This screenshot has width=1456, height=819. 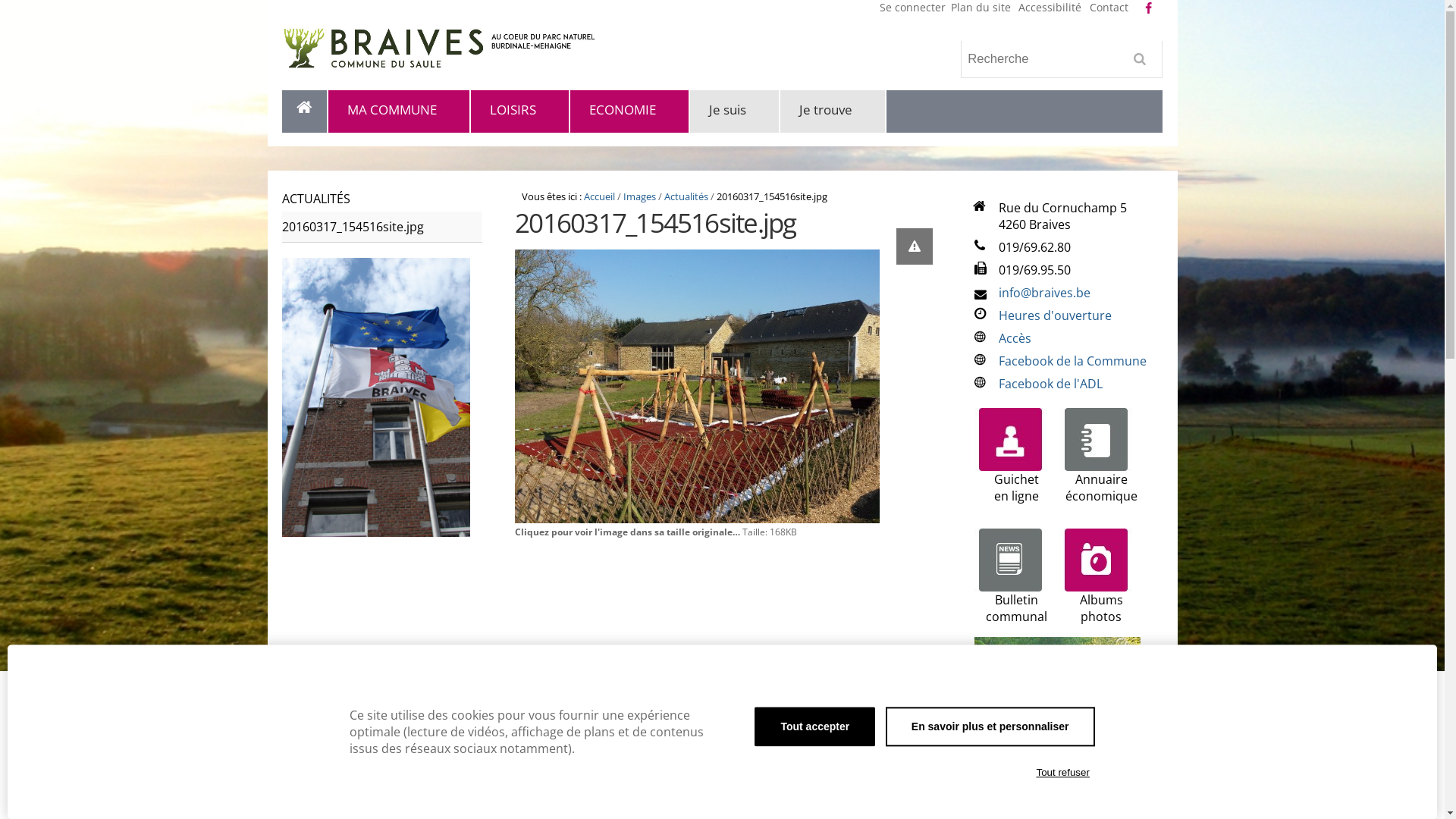 I want to click on 'Recherche', so click(x=1061, y=58).